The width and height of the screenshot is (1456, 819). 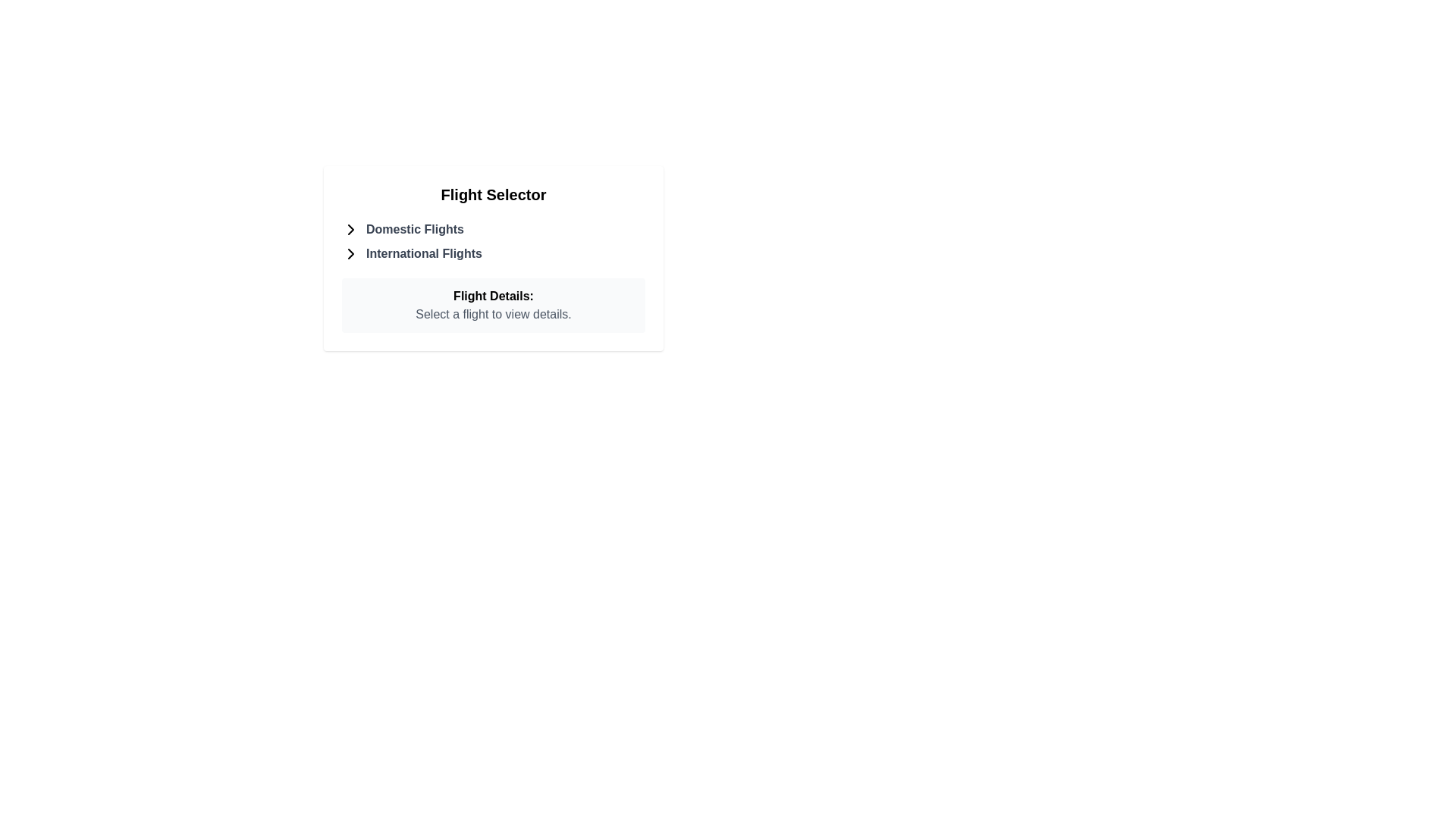 What do you see at coordinates (494, 253) in the screenshot?
I see `the 'International Flights' navigation list item, which is the second entry in the vertical navigation list under 'Flight Selector'` at bounding box center [494, 253].